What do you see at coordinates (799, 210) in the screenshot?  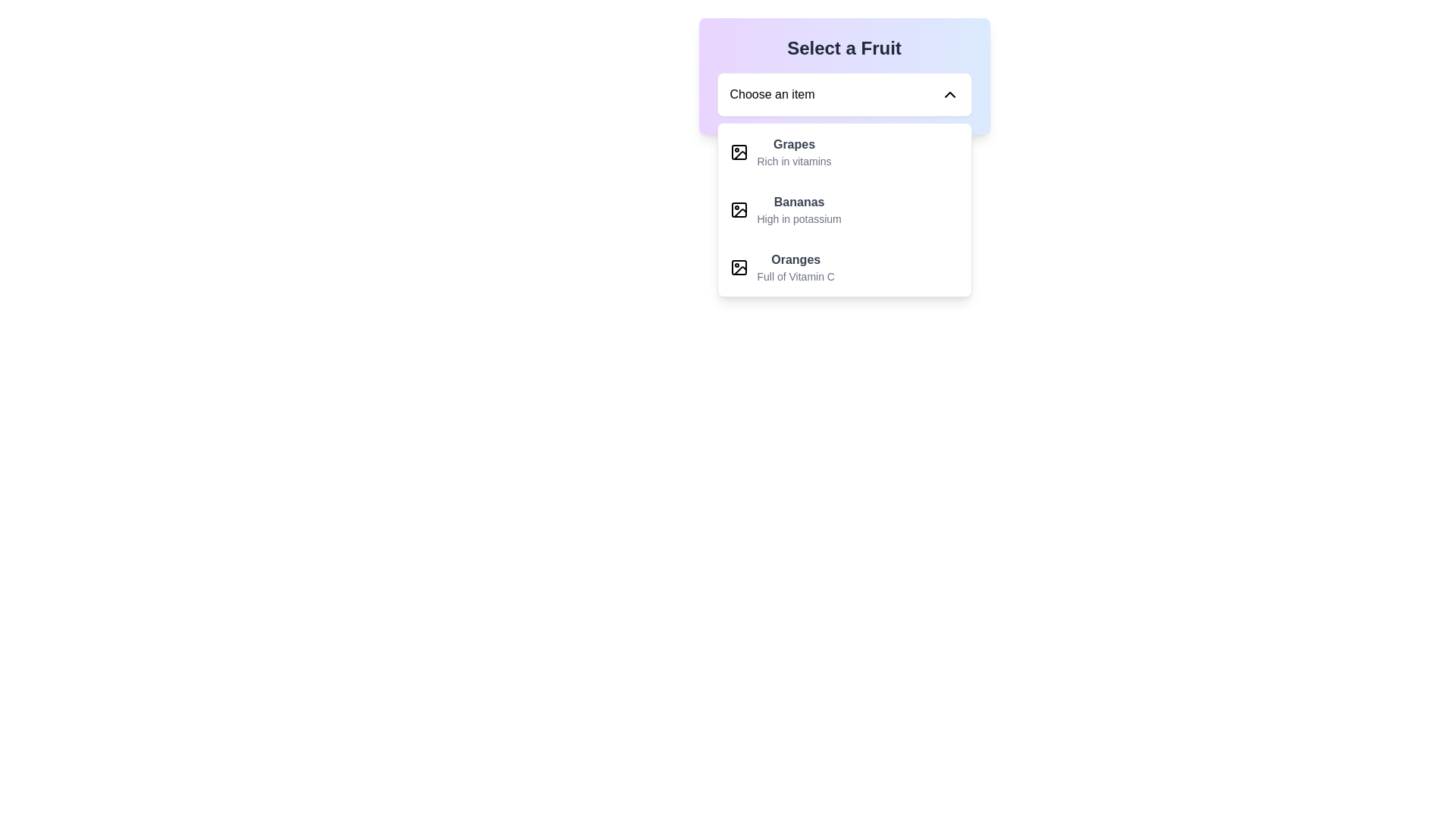 I see `the 'Bananas' option in the dropdown menu, which is the second item listed under 'Select a Fruit'` at bounding box center [799, 210].